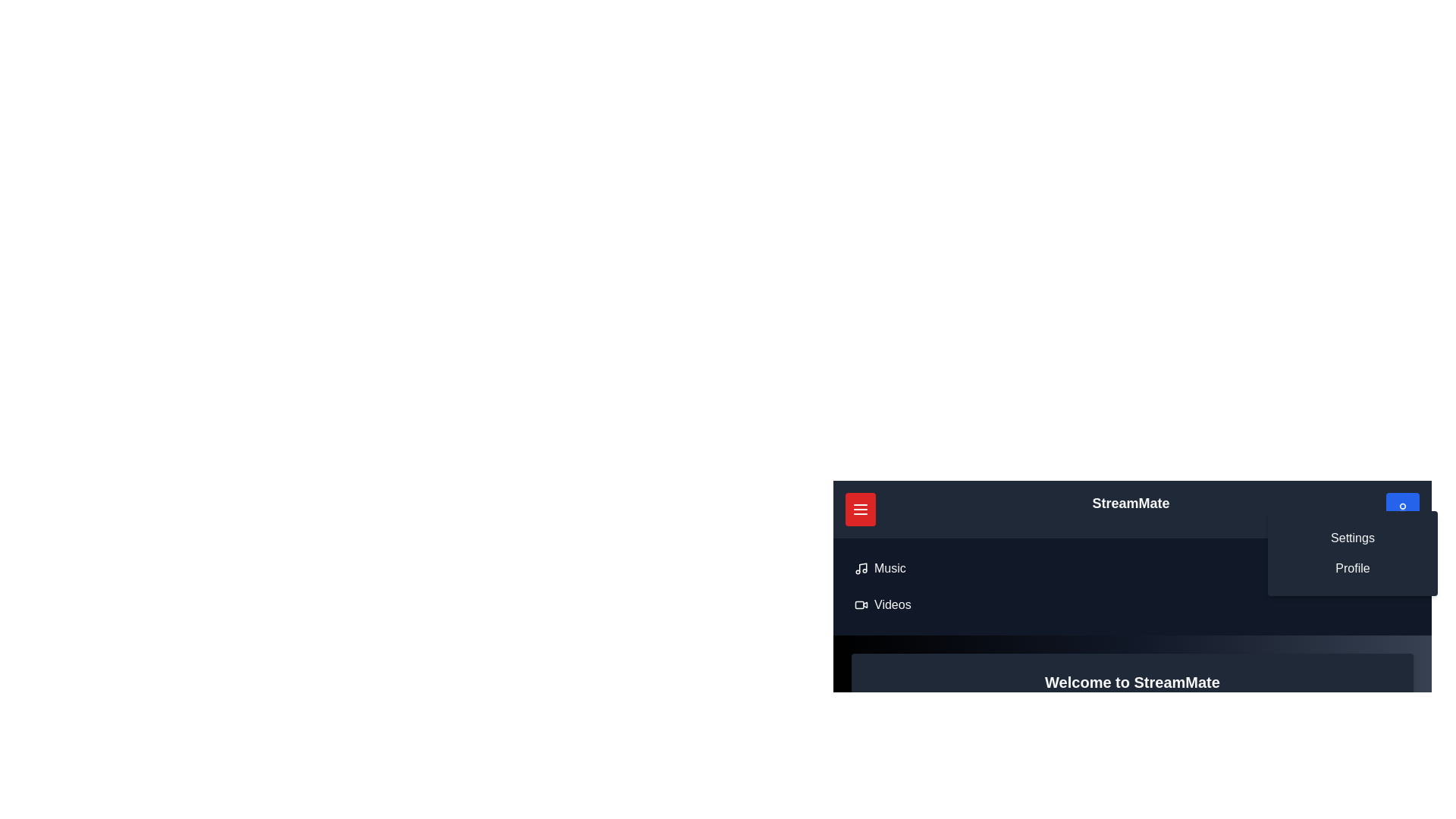 The image size is (1456, 819). What do you see at coordinates (860, 509) in the screenshot?
I see `red button with the menu icon to toggle the menu visibility` at bounding box center [860, 509].